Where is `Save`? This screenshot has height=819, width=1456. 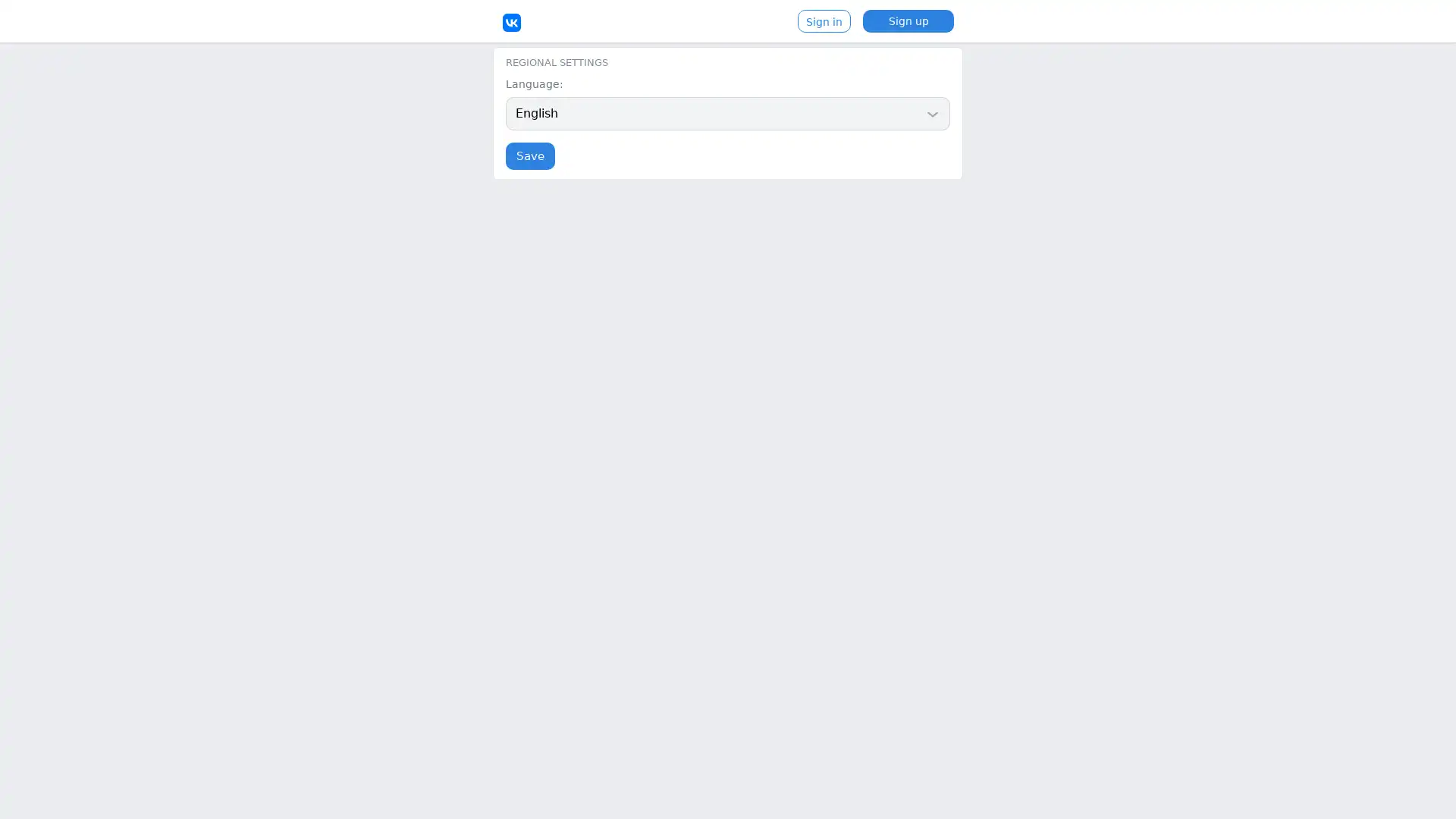
Save is located at coordinates (530, 155).